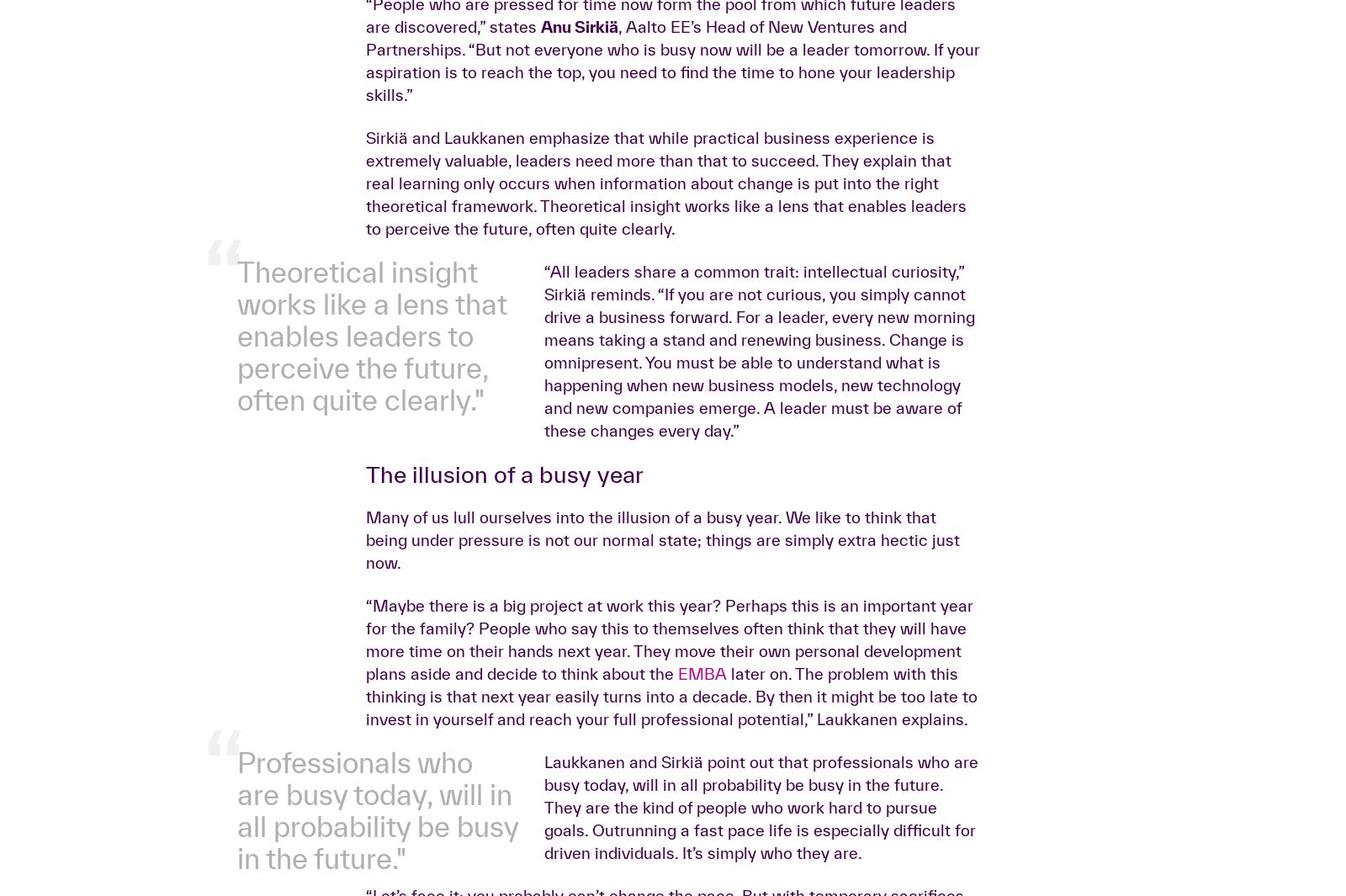 The width and height of the screenshot is (1346, 896). Describe the element at coordinates (666, 156) in the screenshot. I see `'“Do you know what the most common message we get from our alumni is? They say that the EMBA was one of their all-time best decisions–and their only regret is that they did not start sooner,” describes Dr.'` at that location.